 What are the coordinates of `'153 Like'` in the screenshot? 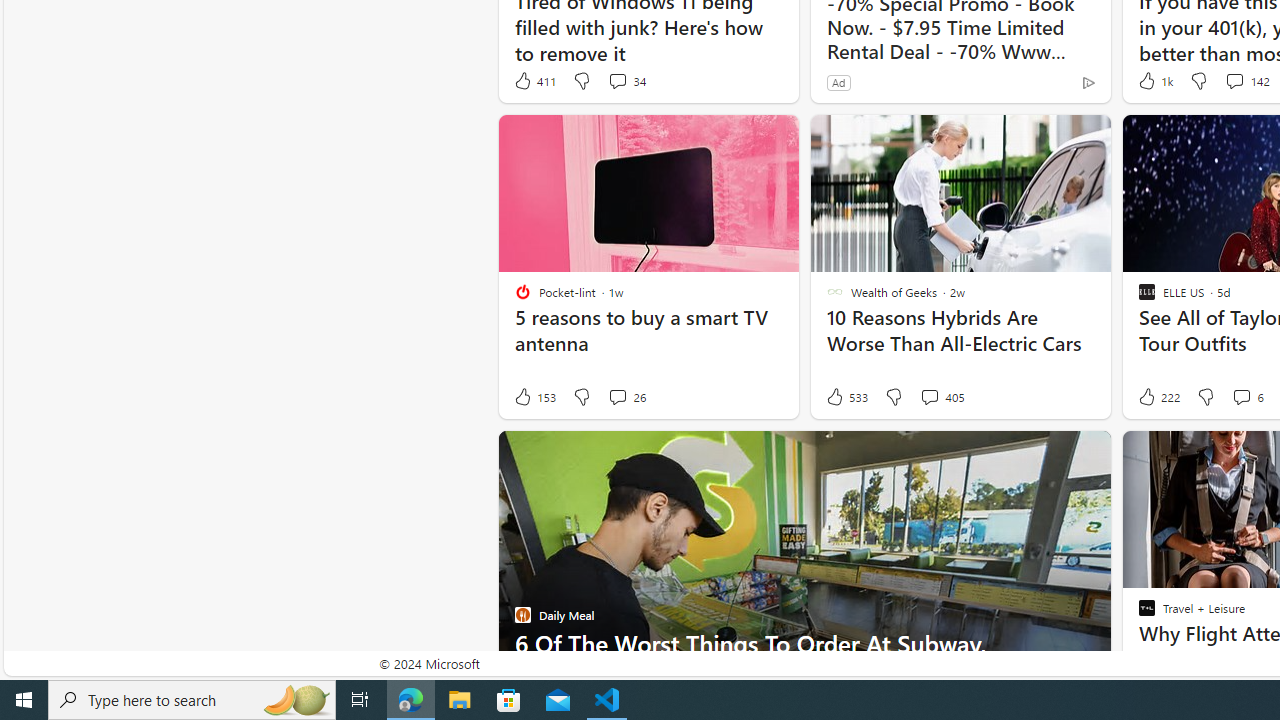 It's located at (534, 397).